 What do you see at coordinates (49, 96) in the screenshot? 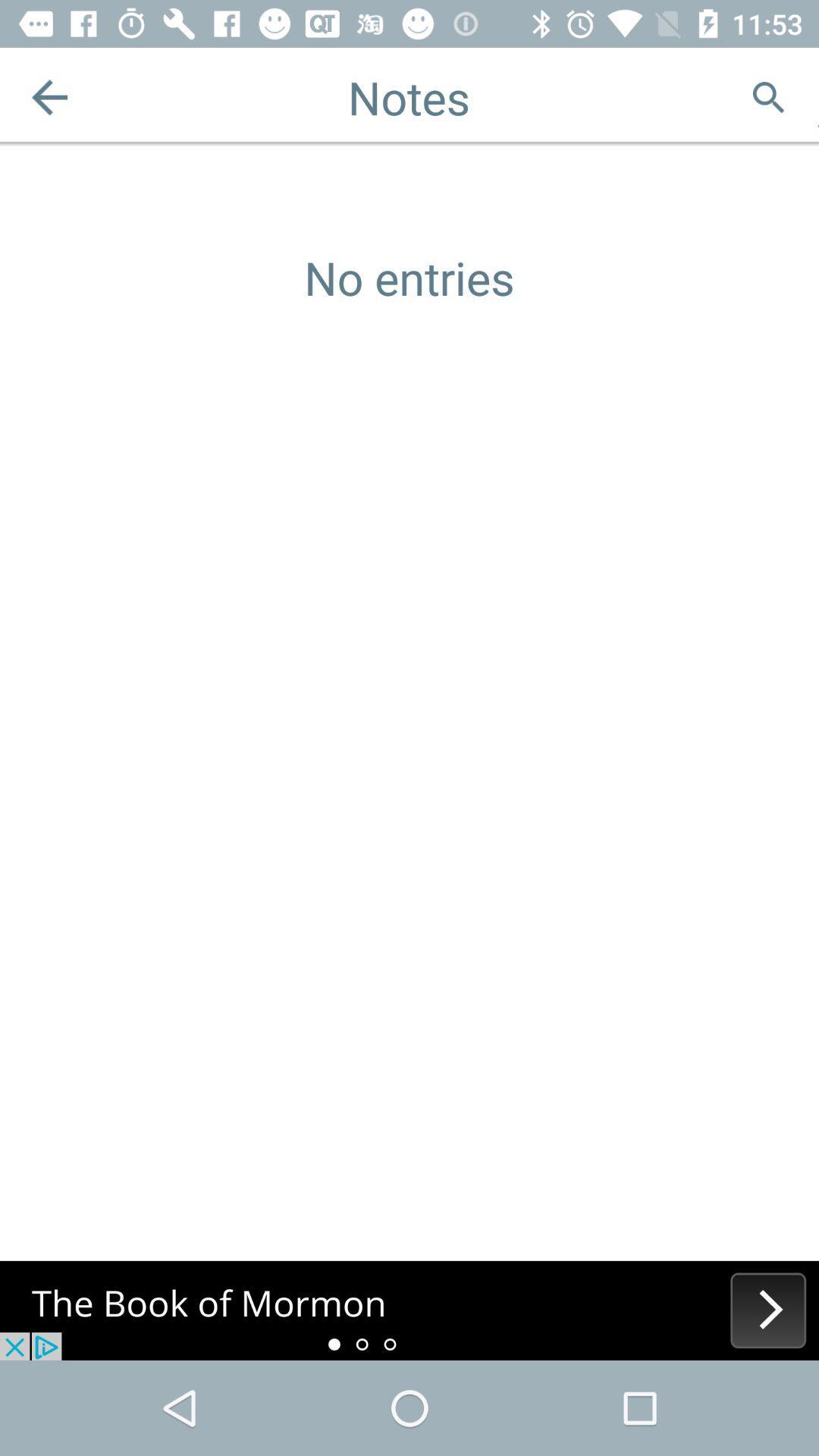
I see `previous page` at bounding box center [49, 96].